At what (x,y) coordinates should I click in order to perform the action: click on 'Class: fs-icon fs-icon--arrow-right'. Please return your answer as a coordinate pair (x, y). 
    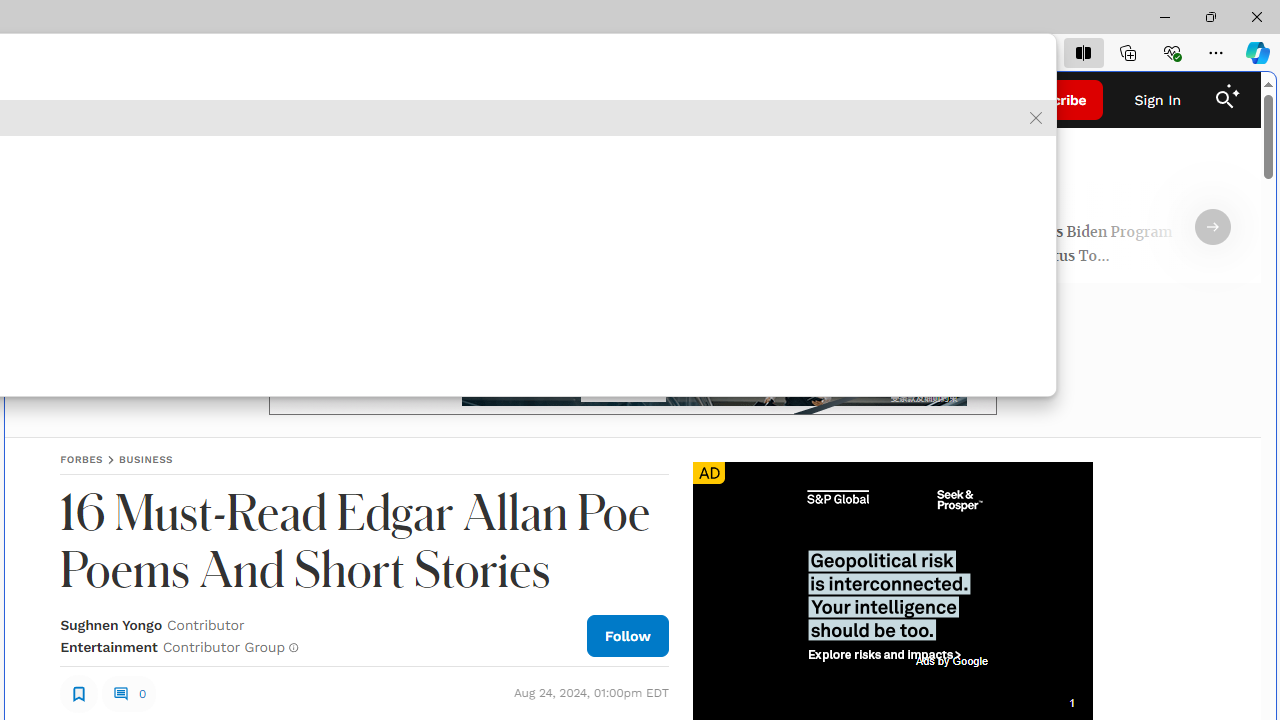
    Looking at the image, I should click on (1211, 226).